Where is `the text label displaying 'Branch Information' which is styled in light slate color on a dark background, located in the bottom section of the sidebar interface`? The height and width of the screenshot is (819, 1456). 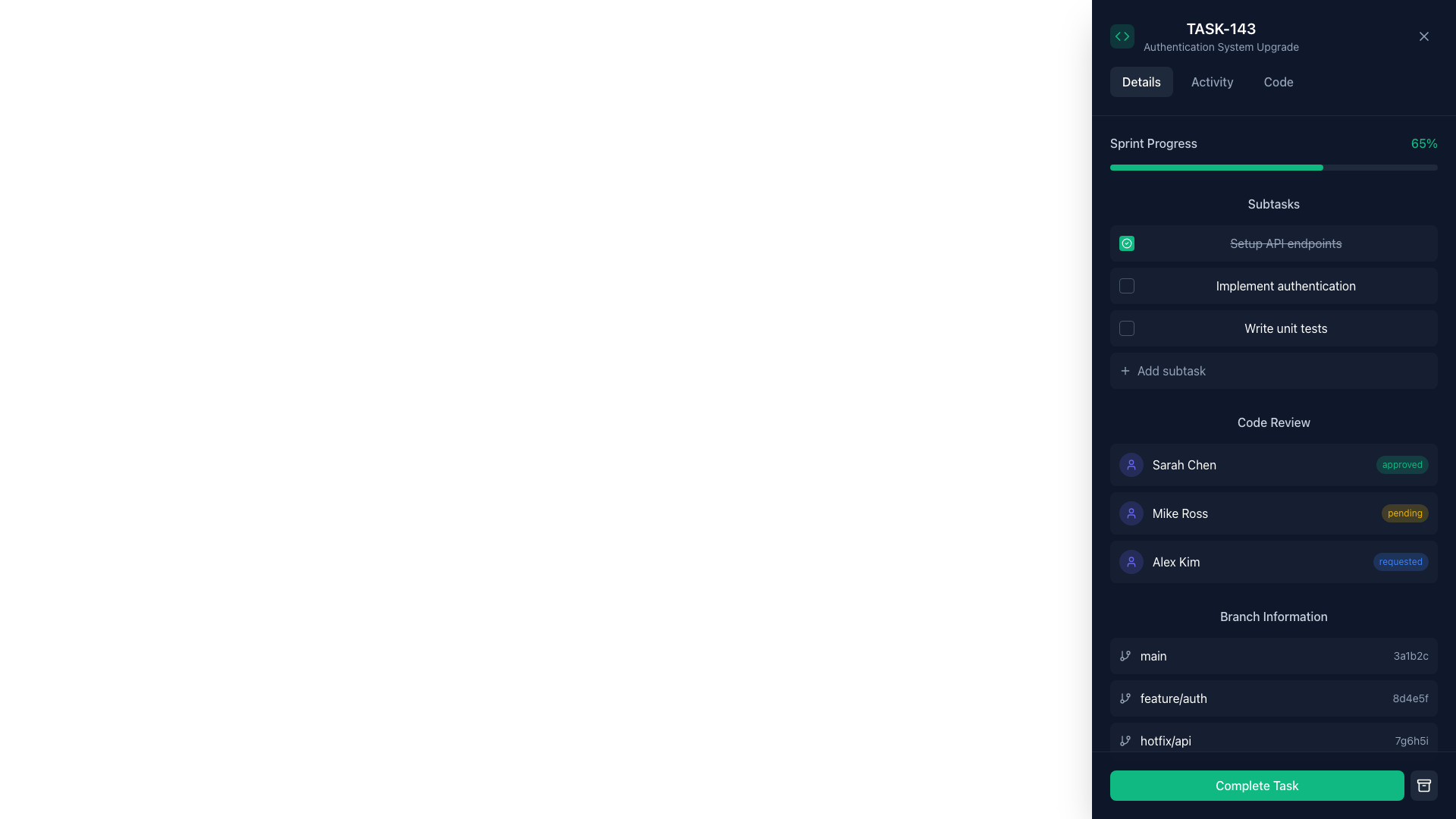 the text label displaying 'Branch Information' which is styled in light slate color on a dark background, located in the bottom section of the sidebar interface is located at coordinates (1274, 617).